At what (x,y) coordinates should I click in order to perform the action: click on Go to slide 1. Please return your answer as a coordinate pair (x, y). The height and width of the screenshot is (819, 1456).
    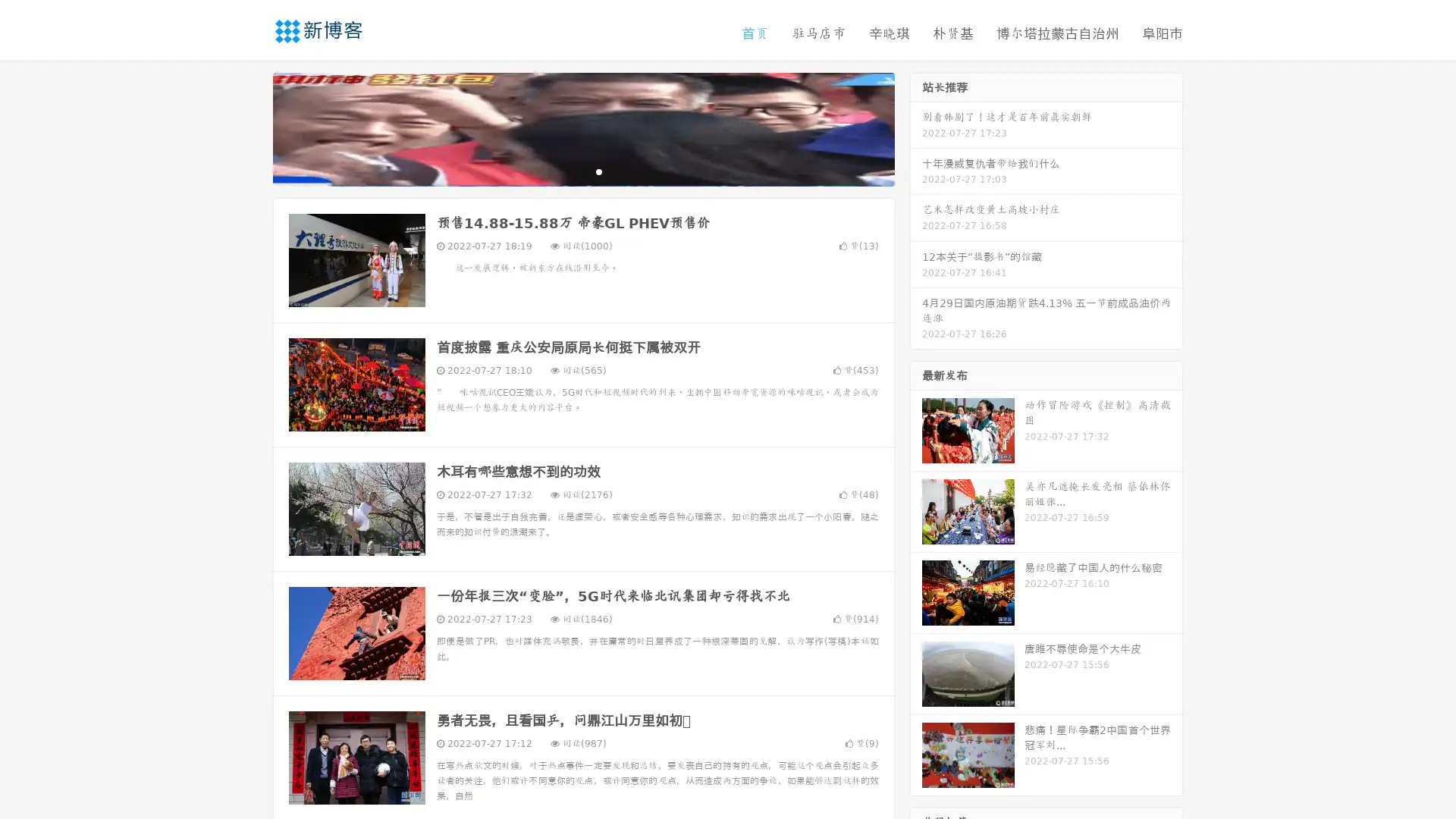
    Looking at the image, I should click on (567, 171).